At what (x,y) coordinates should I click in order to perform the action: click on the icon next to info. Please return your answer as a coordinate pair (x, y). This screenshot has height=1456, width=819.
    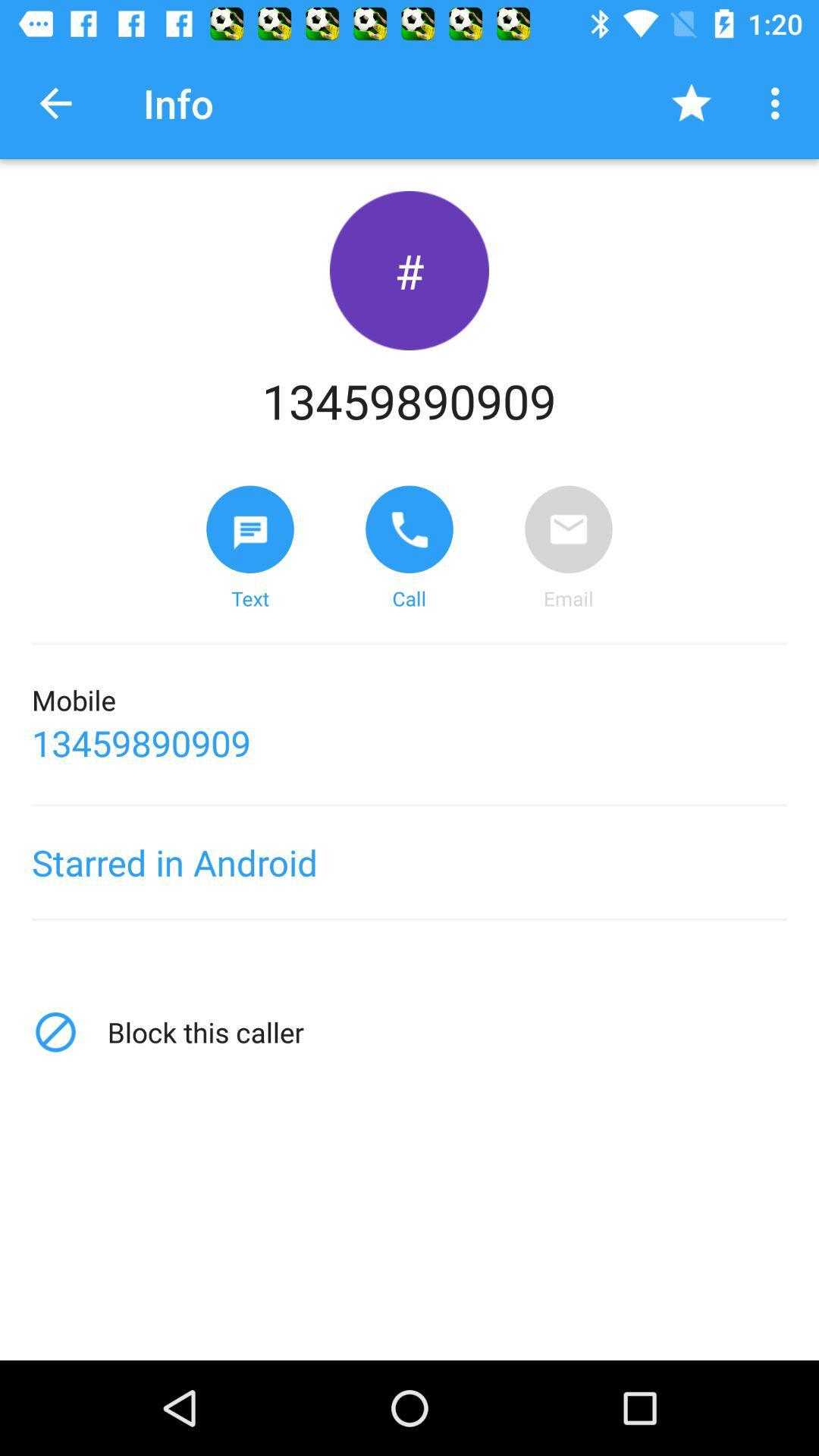
    Looking at the image, I should click on (55, 102).